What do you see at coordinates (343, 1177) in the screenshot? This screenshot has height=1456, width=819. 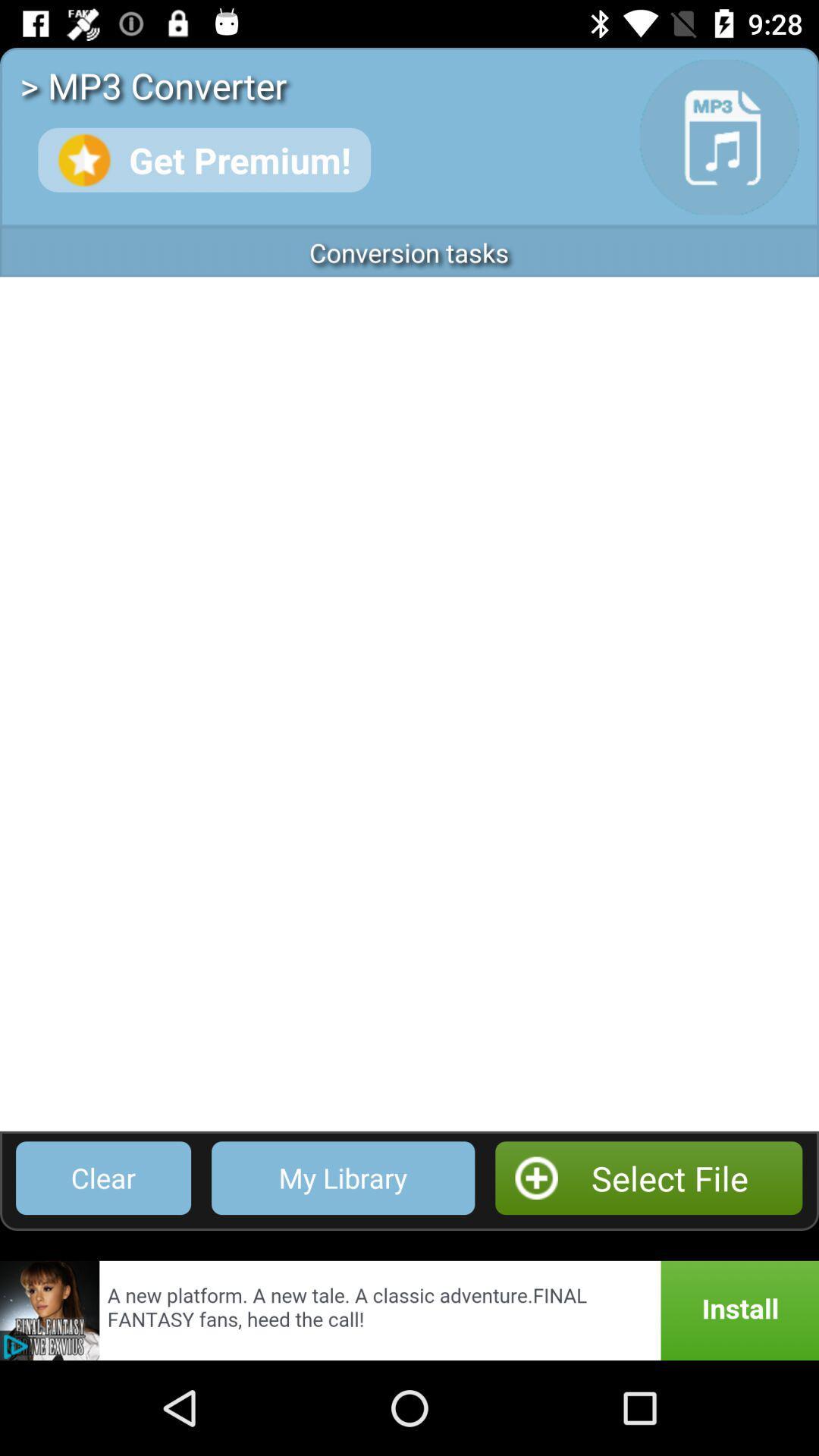 I see `icon to the left of select file item` at bounding box center [343, 1177].